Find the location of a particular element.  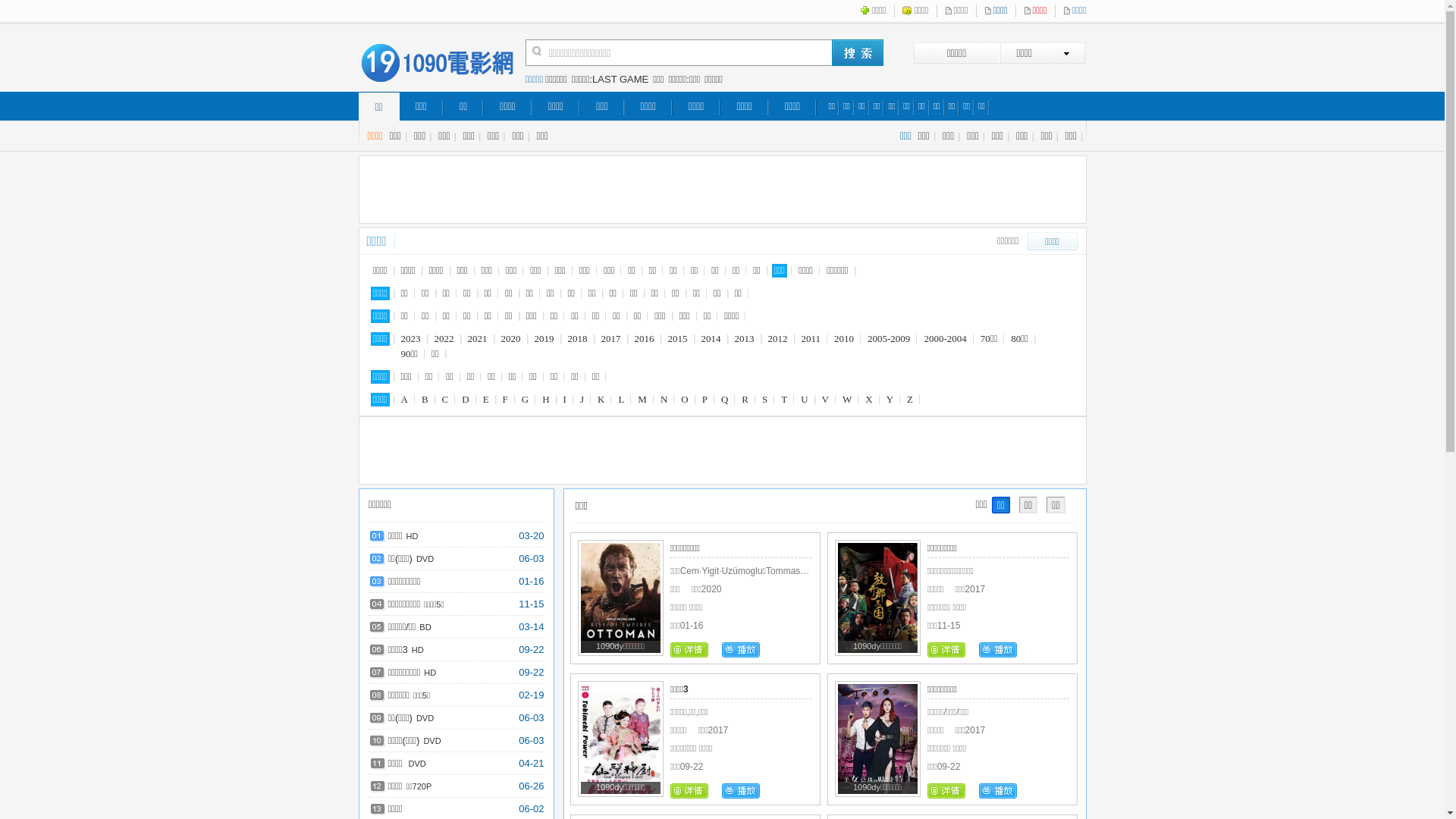

'U' is located at coordinates (803, 399).